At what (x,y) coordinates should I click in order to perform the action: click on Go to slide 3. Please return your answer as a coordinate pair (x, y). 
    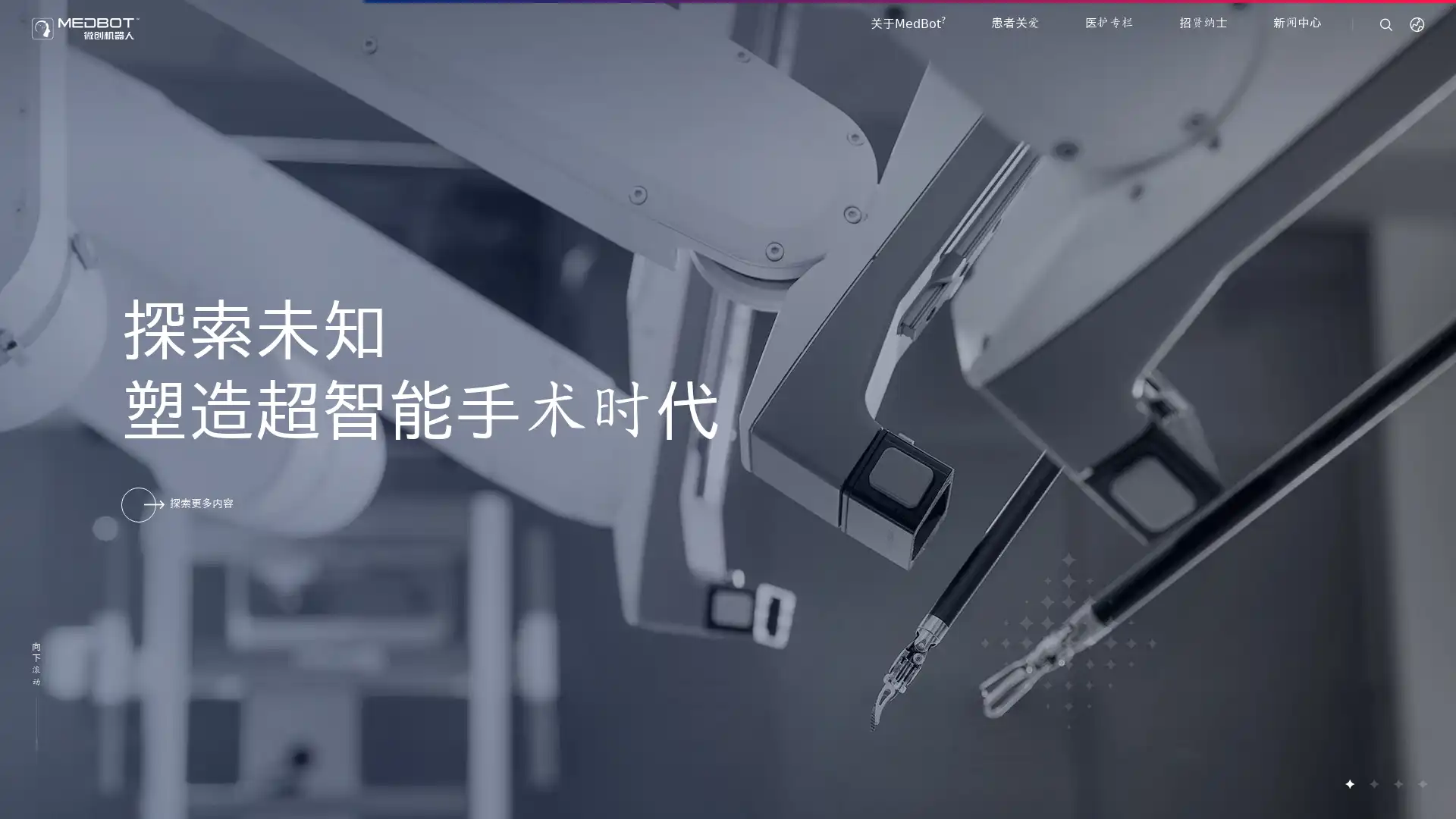
    Looking at the image, I should click on (1397, 783).